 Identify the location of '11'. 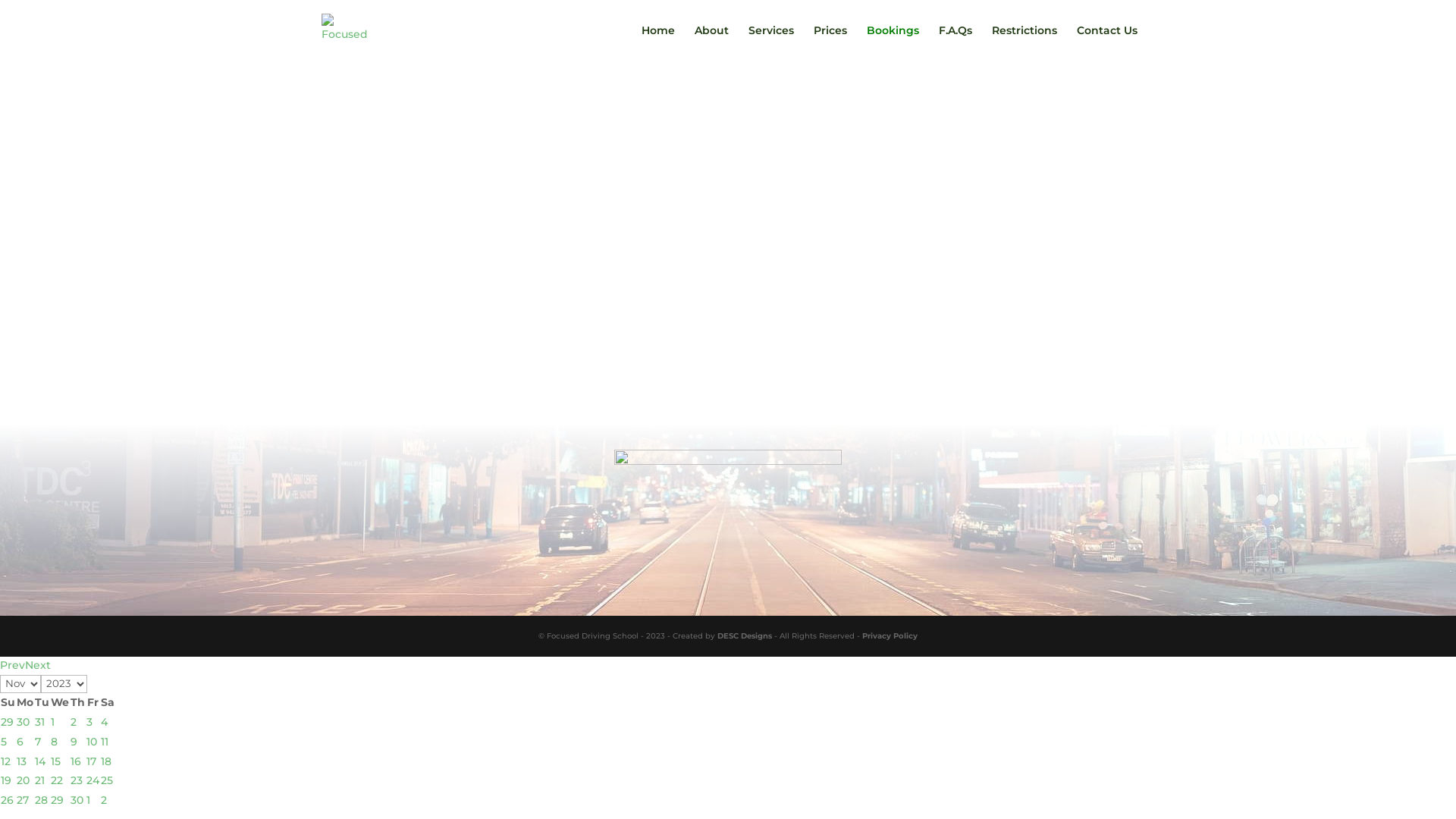
(100, 741).